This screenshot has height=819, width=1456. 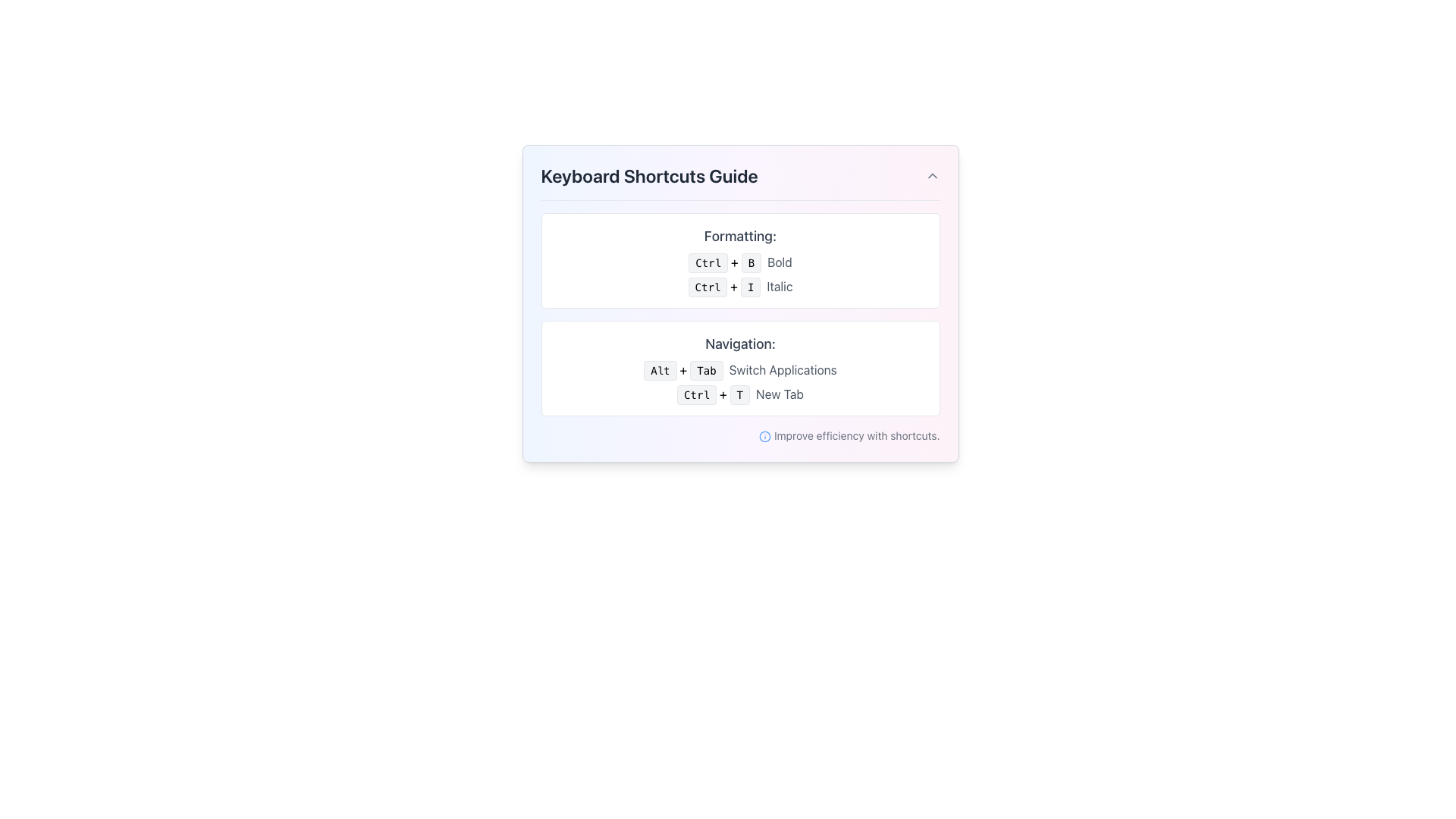 What do you see at coordinates (722, 394) in the screenshot?
I see `the text label displaying the character '+' that serves as a separator in the shortcut key instruction 'Ctrl+T New Tab', positioned between the 'Ctrl' and 'T' buttons` at bounding box center [722, 394].